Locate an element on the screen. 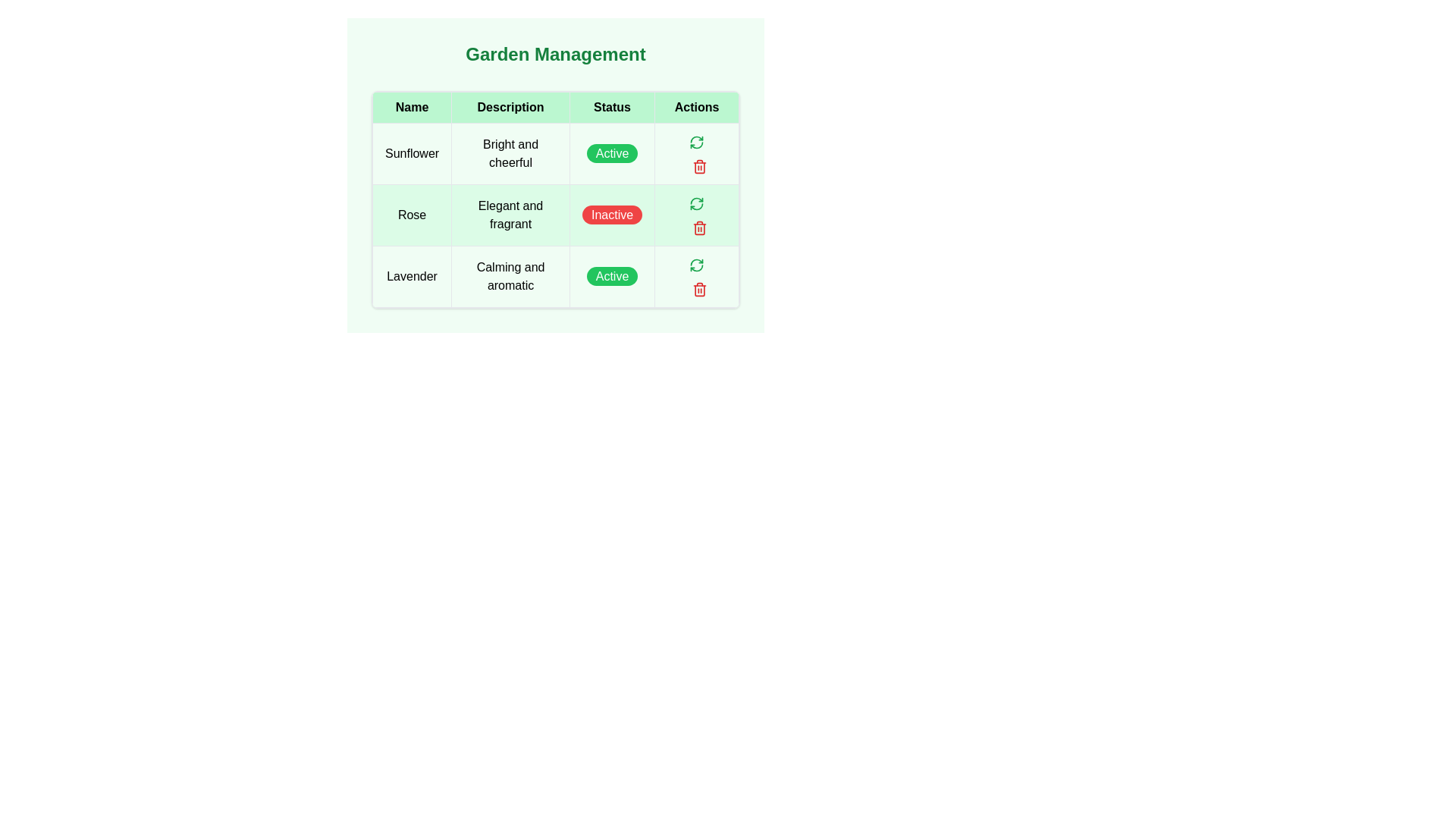 Image resolution: width=1456 pixels, height=819 pixels. the refresh icon button in the Actions column for the Rose entry is located at coordinates (696, 140).